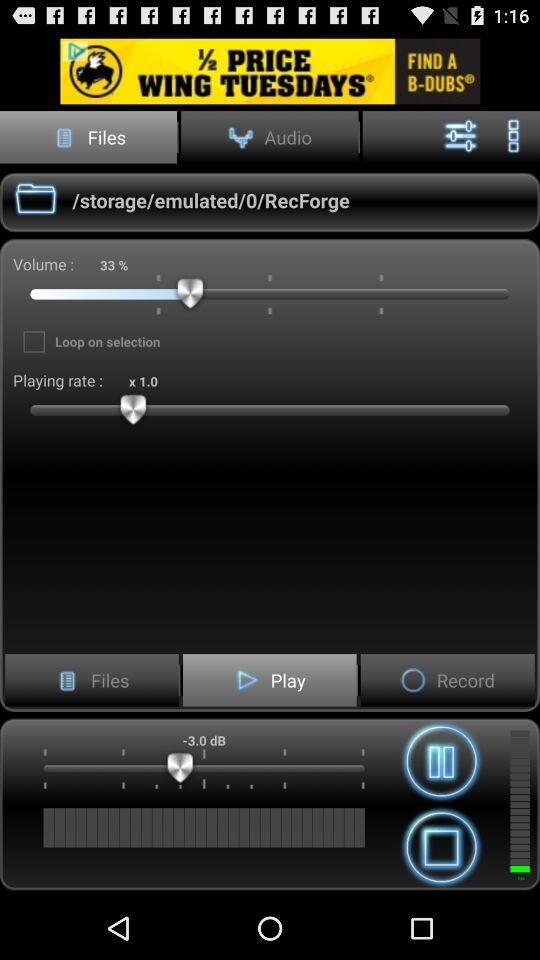 The height and width of the screenshot is (960, 540). Describe the element at coordinates (270, 71) in the screenshot. I see `advertisement option` at that location.